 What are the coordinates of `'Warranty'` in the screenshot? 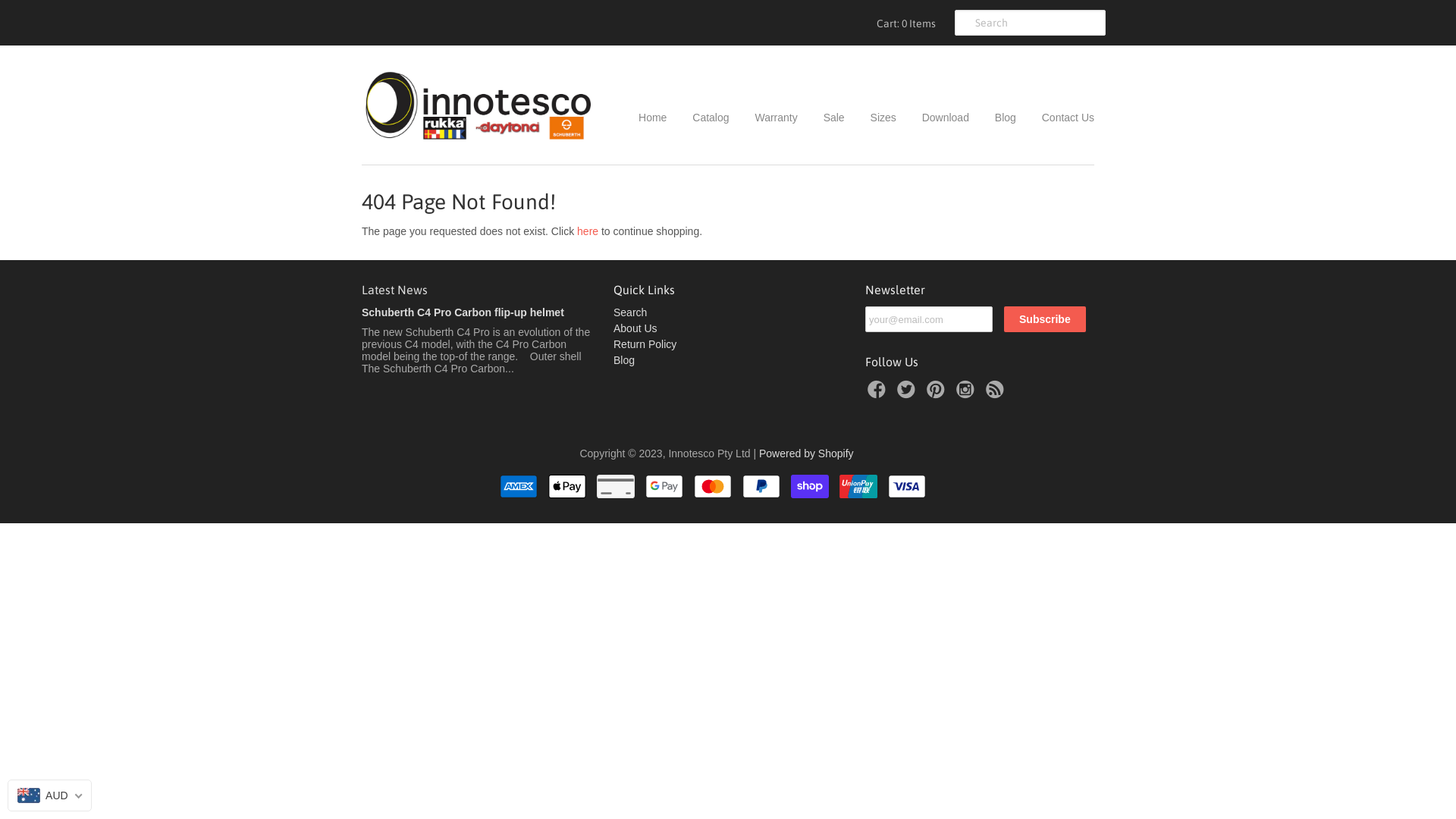 It's located at (764, 116).